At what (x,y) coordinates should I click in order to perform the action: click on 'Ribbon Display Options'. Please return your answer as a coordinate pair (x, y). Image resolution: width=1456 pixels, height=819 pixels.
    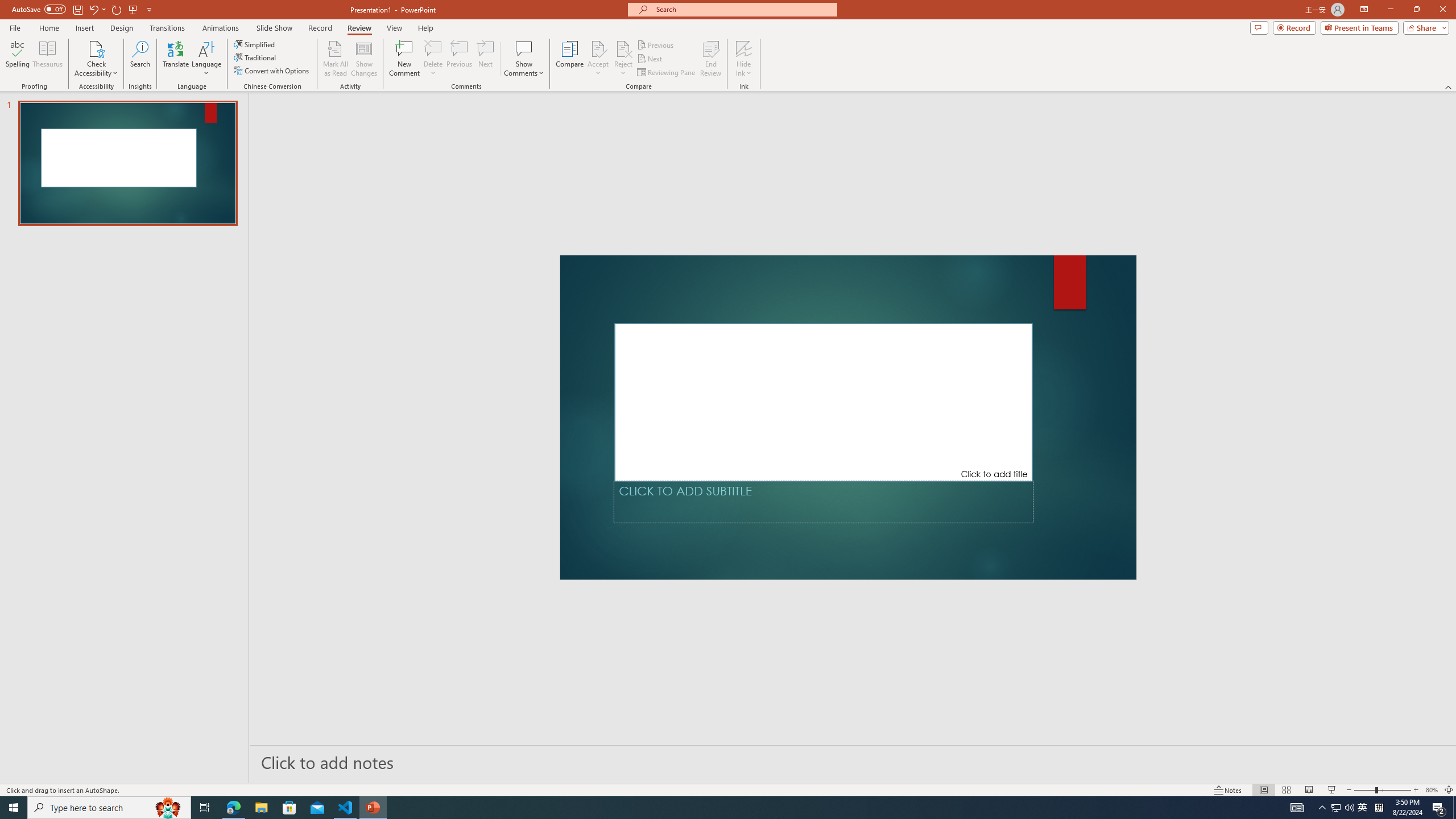
    Looking at the image, I should click on (1363, 9).